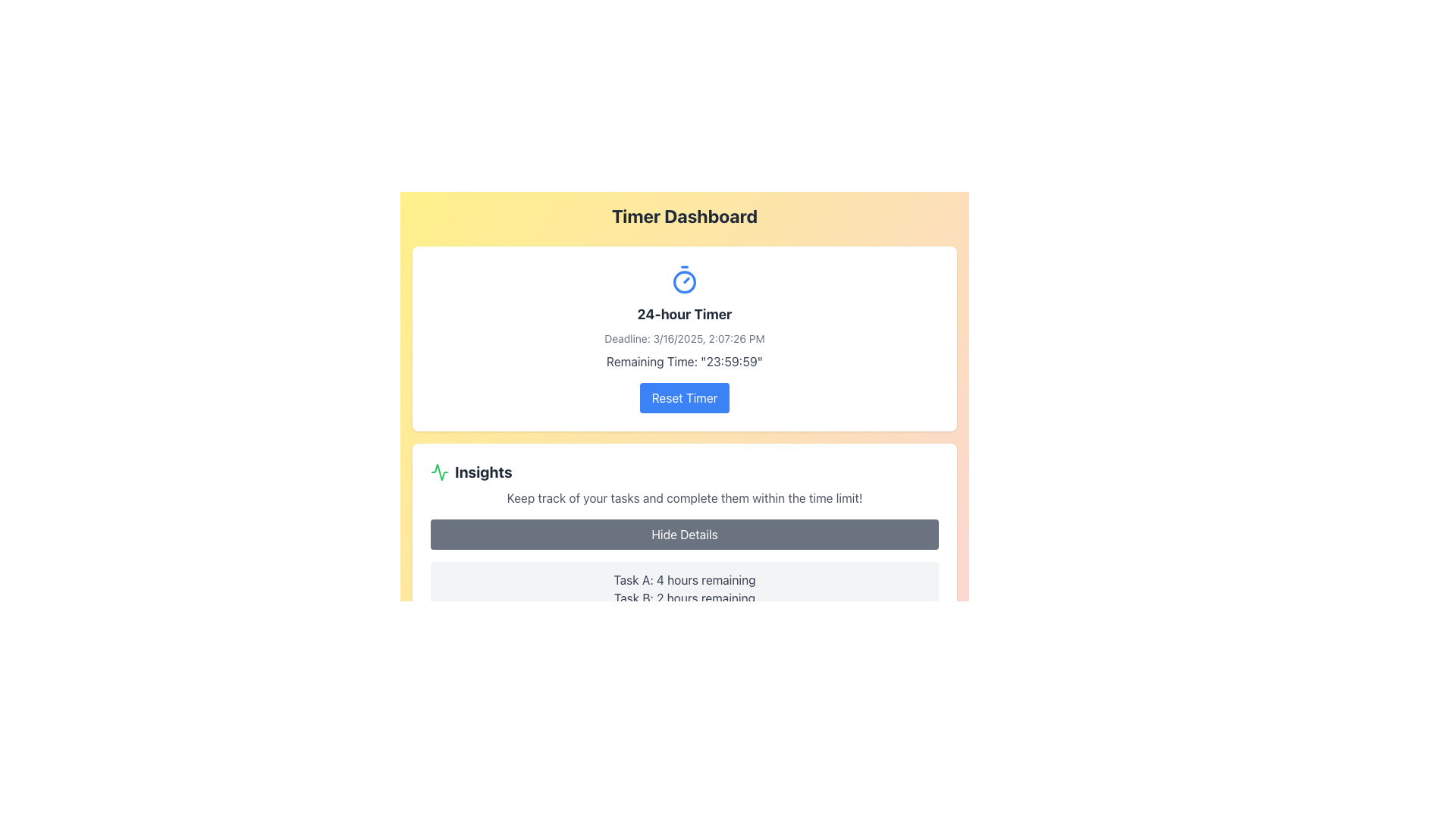  What do you see at coordinates (683, 497) in the screenshot?
I see `the static text that reads 'Keep track of your tasks and complete them within the time limit!', located below the 'Insights' heading and above the 'Hide Details' button in a white card element` at bounding box center [683, 497].